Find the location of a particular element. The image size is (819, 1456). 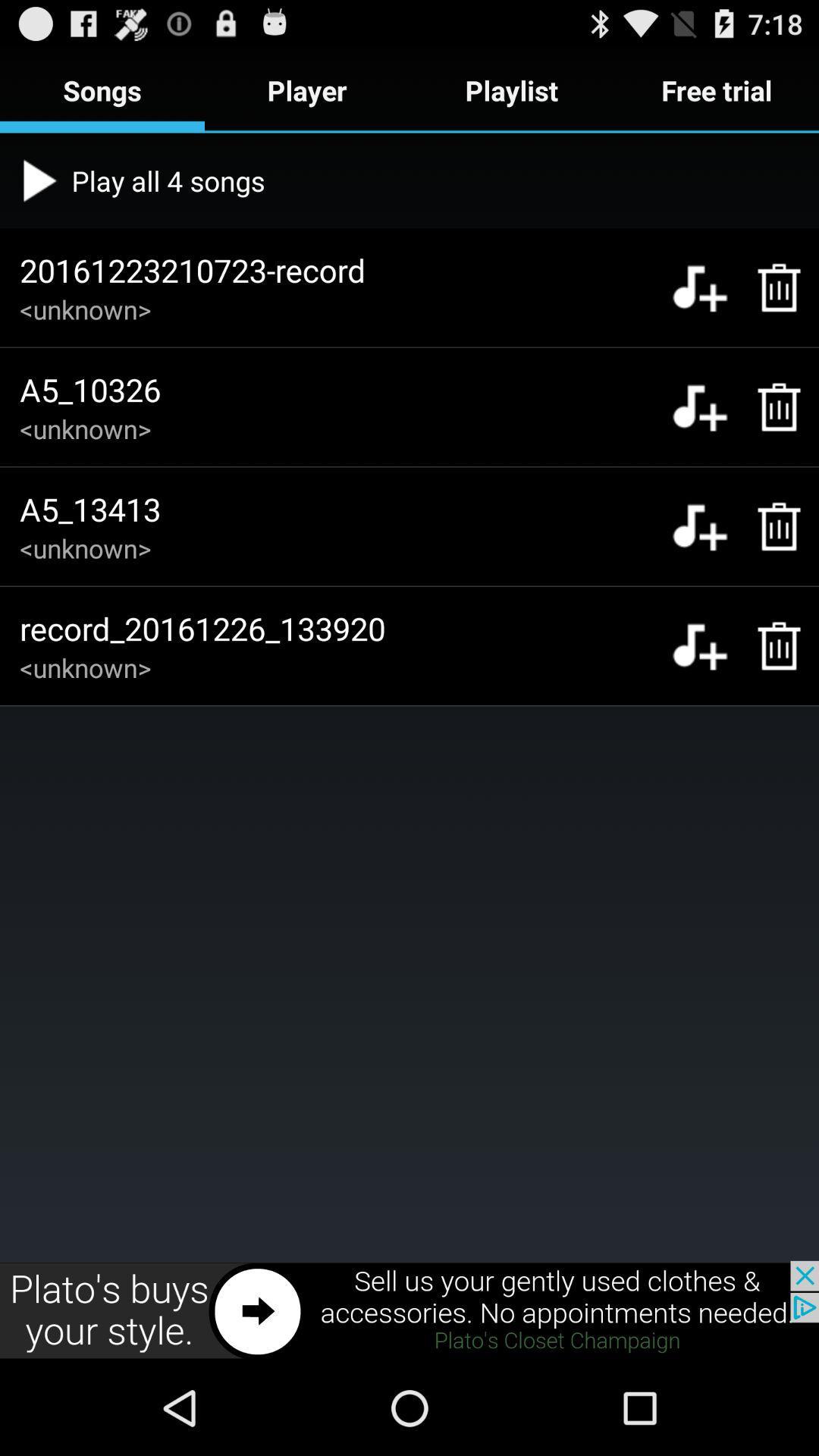

remove song is located at coordinates (771, 287).